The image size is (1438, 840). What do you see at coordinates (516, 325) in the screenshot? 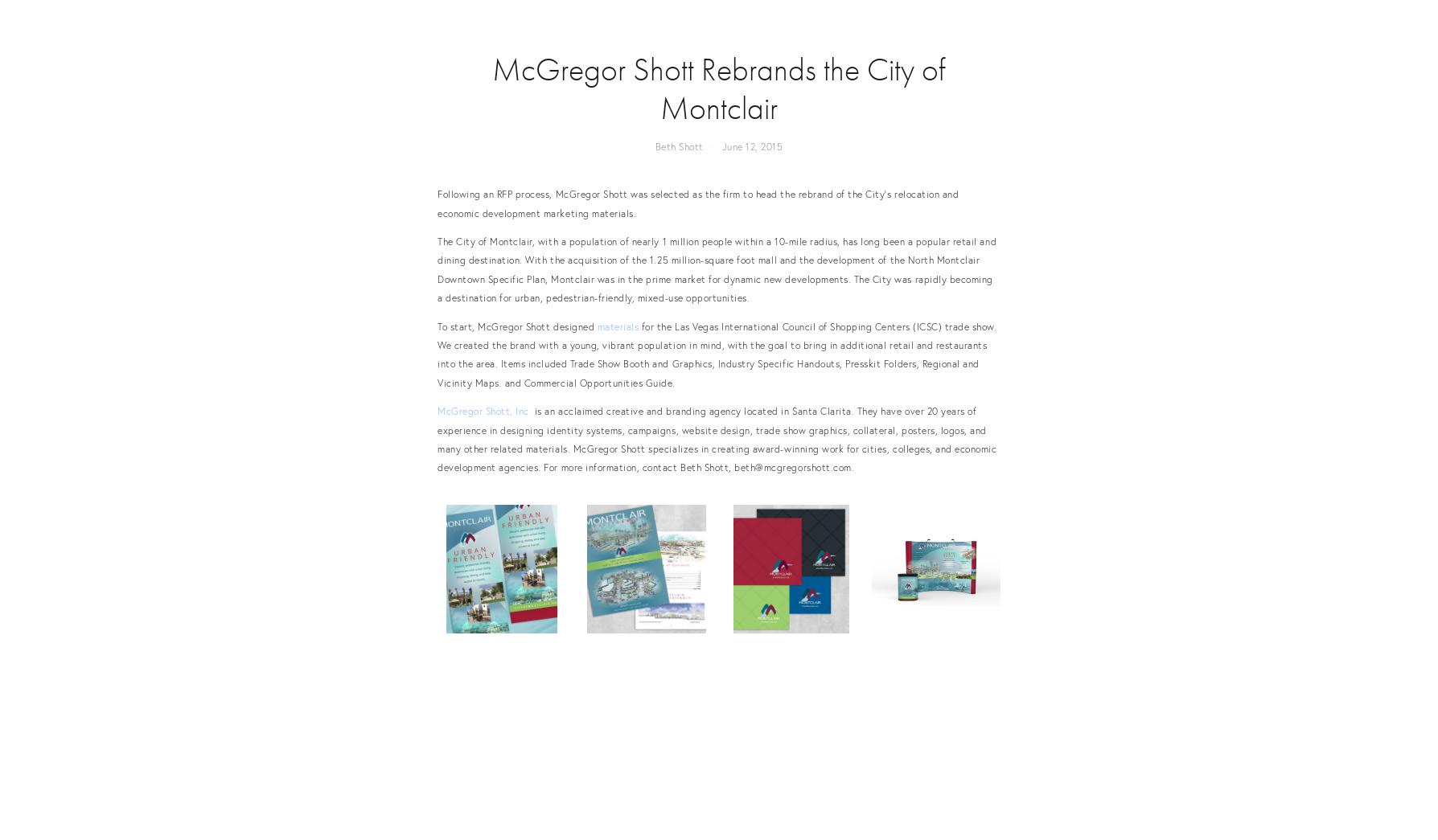
I see `'To start, McGregor Shott designed'` at bounding box center [516, 325].